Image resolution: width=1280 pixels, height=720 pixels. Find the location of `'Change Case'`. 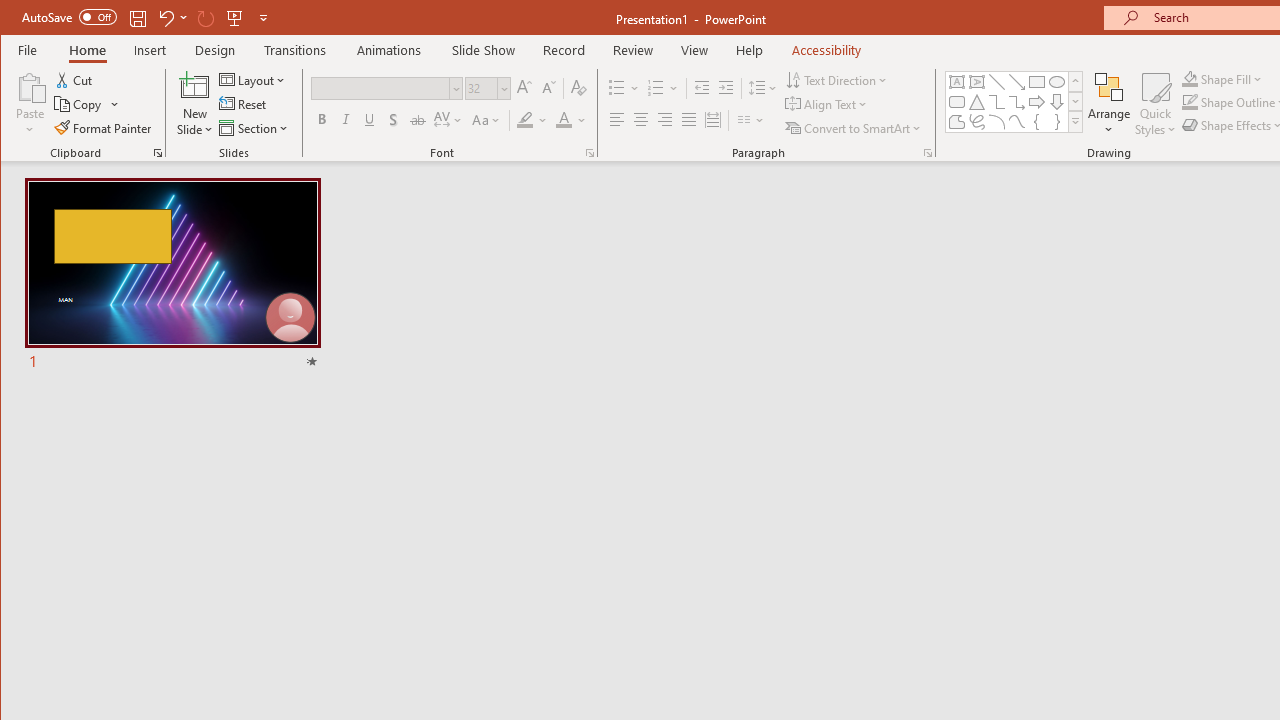

'Change Case' is located at coordinates (487, 120).